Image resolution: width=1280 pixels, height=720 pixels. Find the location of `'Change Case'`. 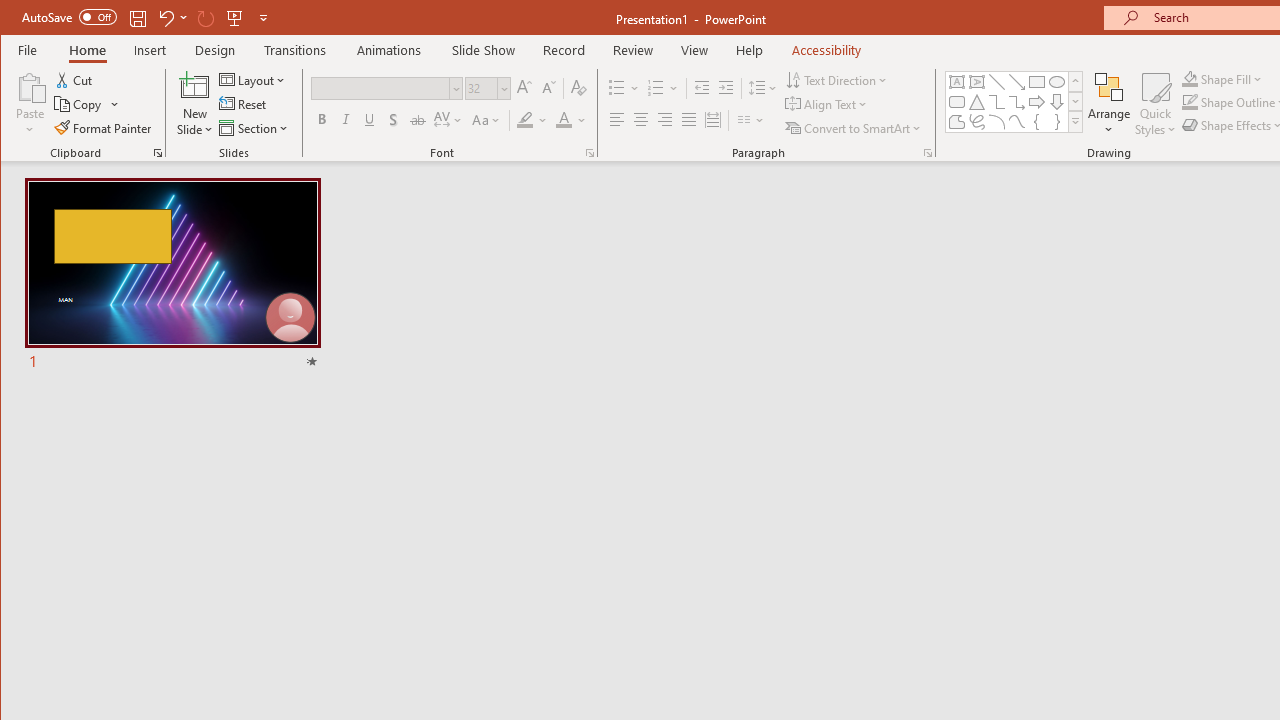

'Change Case' is located at coordinates (487, 120).